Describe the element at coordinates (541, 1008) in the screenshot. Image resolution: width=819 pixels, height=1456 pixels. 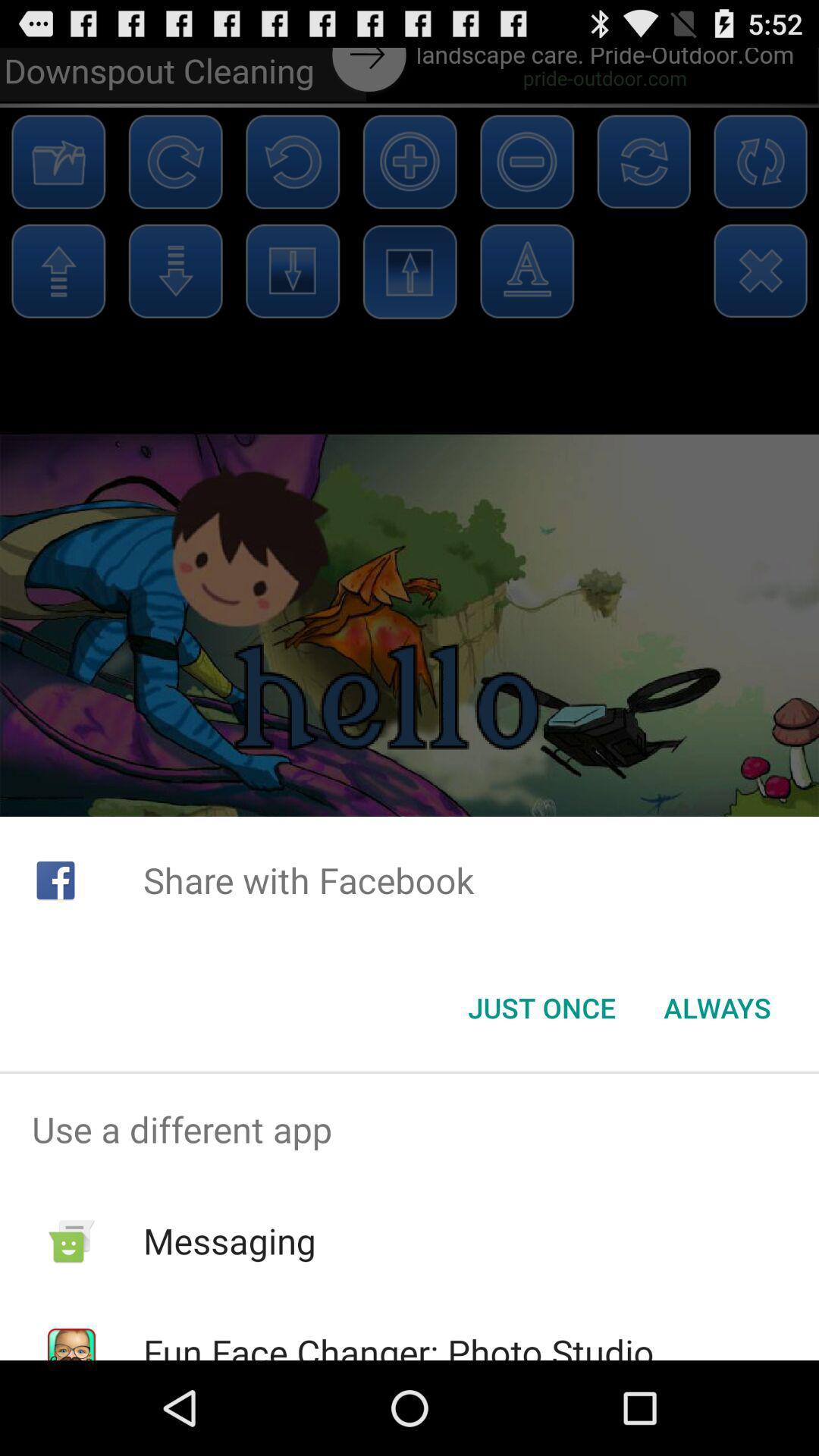
I see `the just once item` at that location.